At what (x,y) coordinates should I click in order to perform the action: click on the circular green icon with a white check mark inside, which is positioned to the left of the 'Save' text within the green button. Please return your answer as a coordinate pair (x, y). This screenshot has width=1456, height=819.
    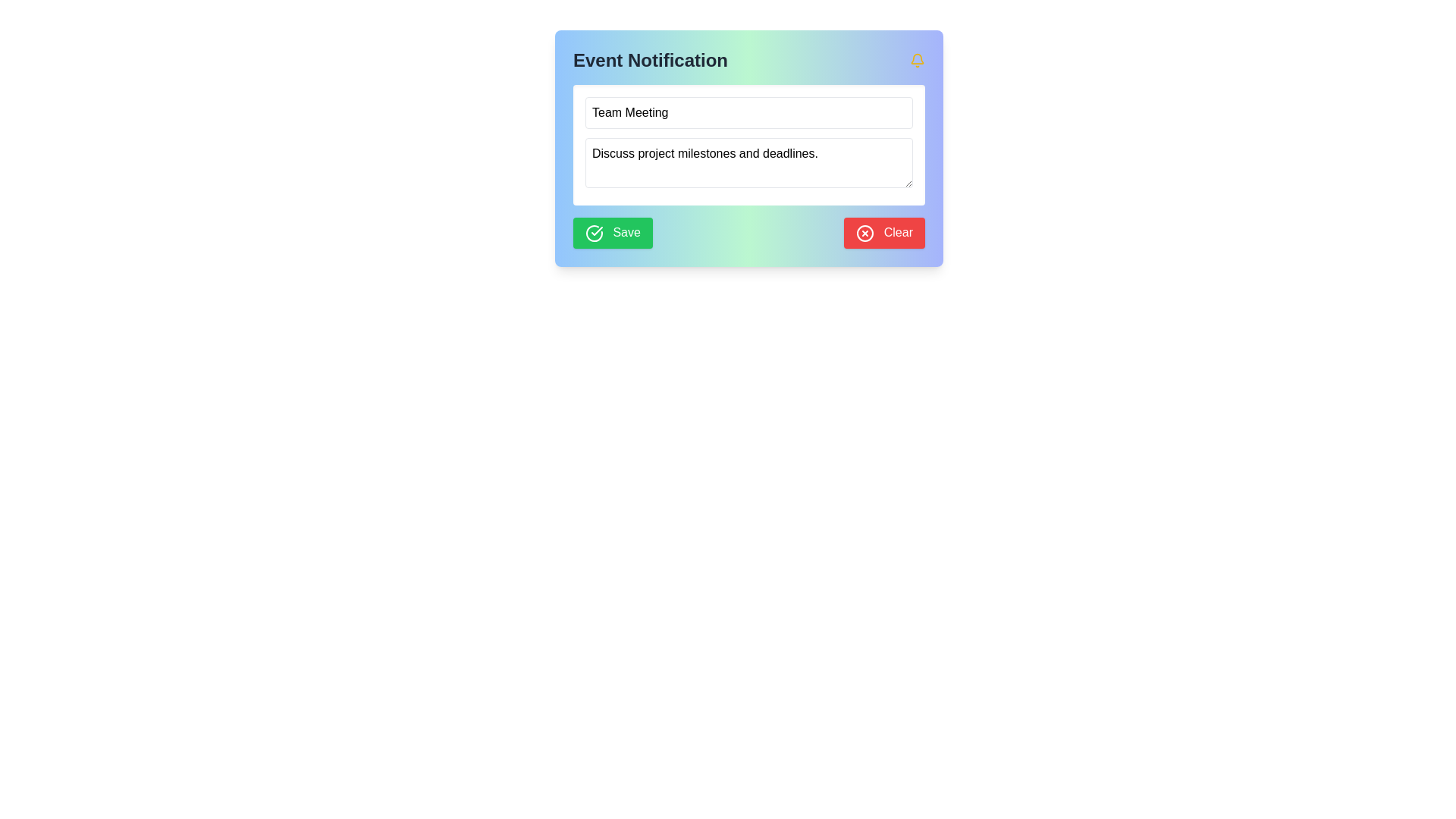
    Looking at the image, I should click on (593, 233).